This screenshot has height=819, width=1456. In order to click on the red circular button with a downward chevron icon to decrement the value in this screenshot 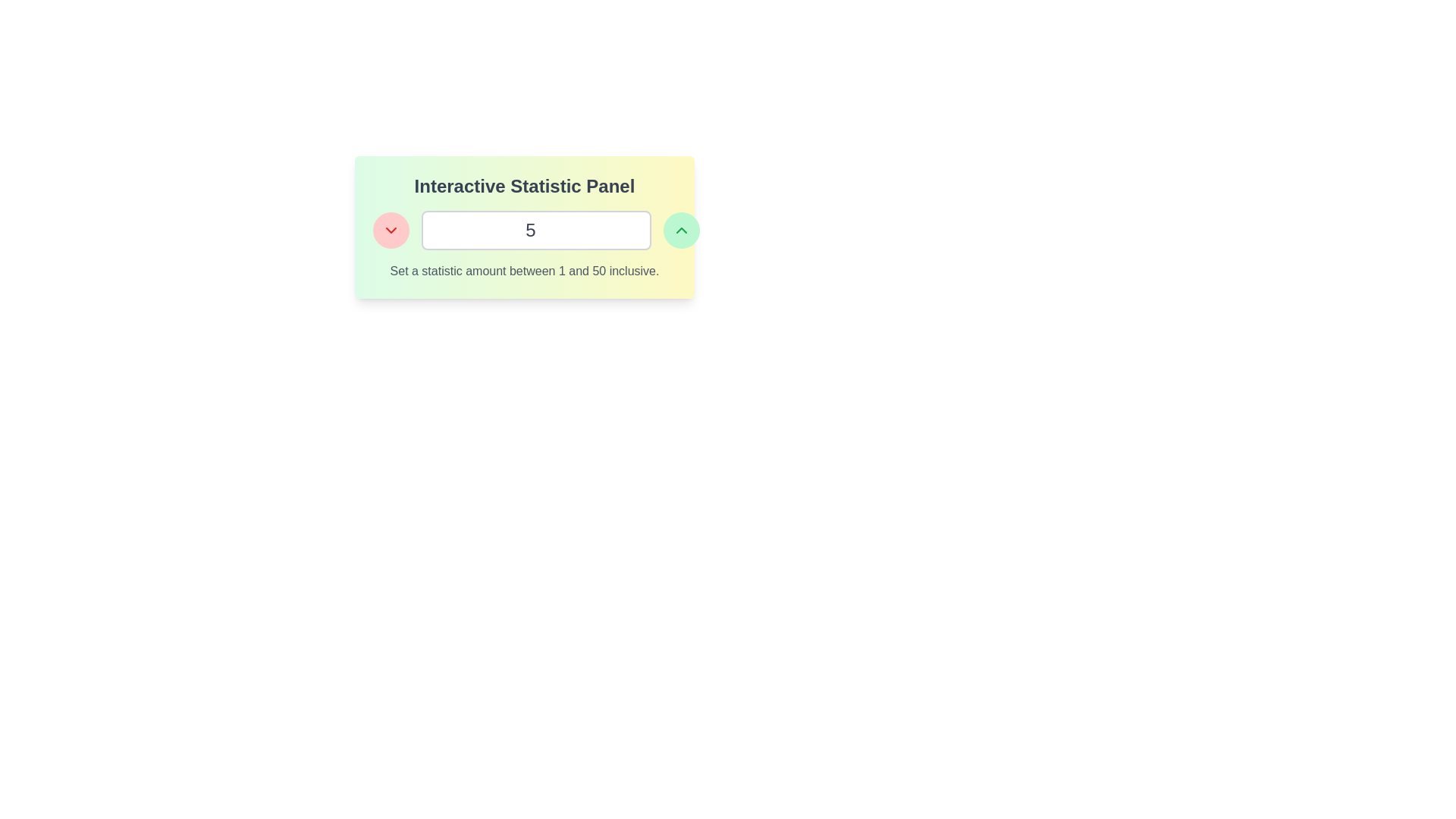, I will do `click(391, 231)`.